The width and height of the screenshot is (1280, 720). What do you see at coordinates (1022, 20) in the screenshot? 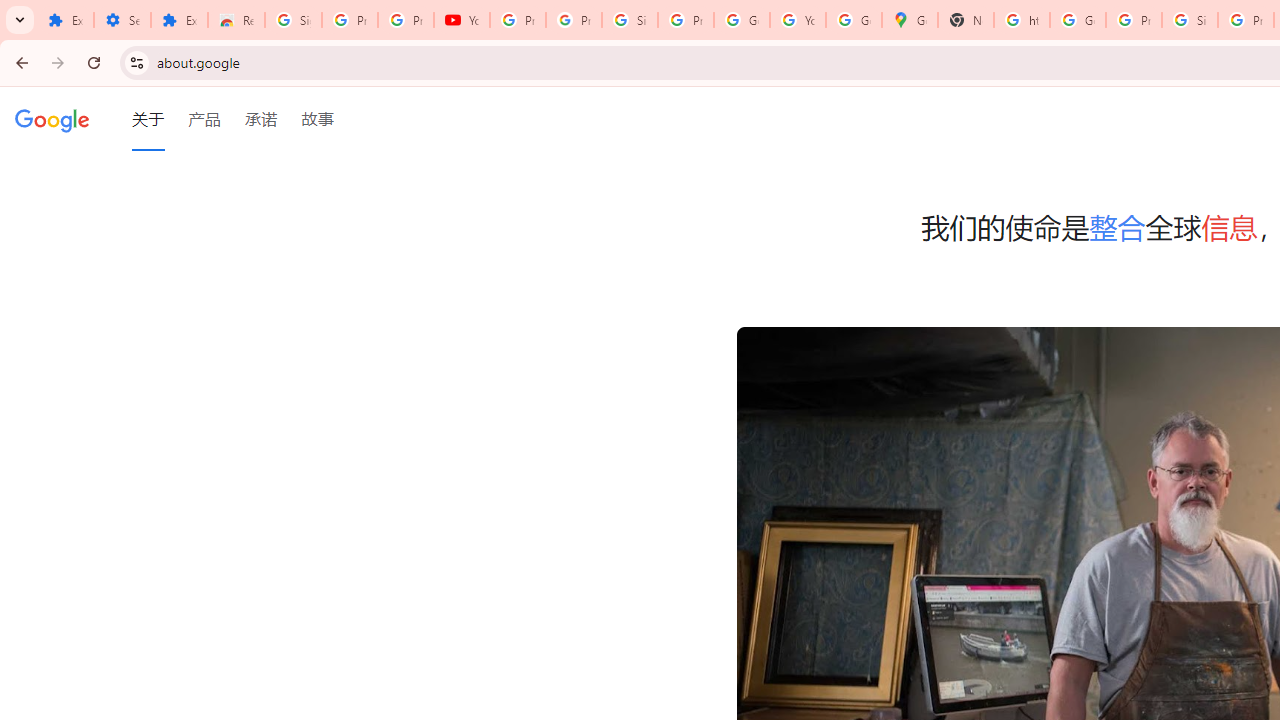
I see `'https://scholar.google.com/'` at bounding box center [1022, 20].